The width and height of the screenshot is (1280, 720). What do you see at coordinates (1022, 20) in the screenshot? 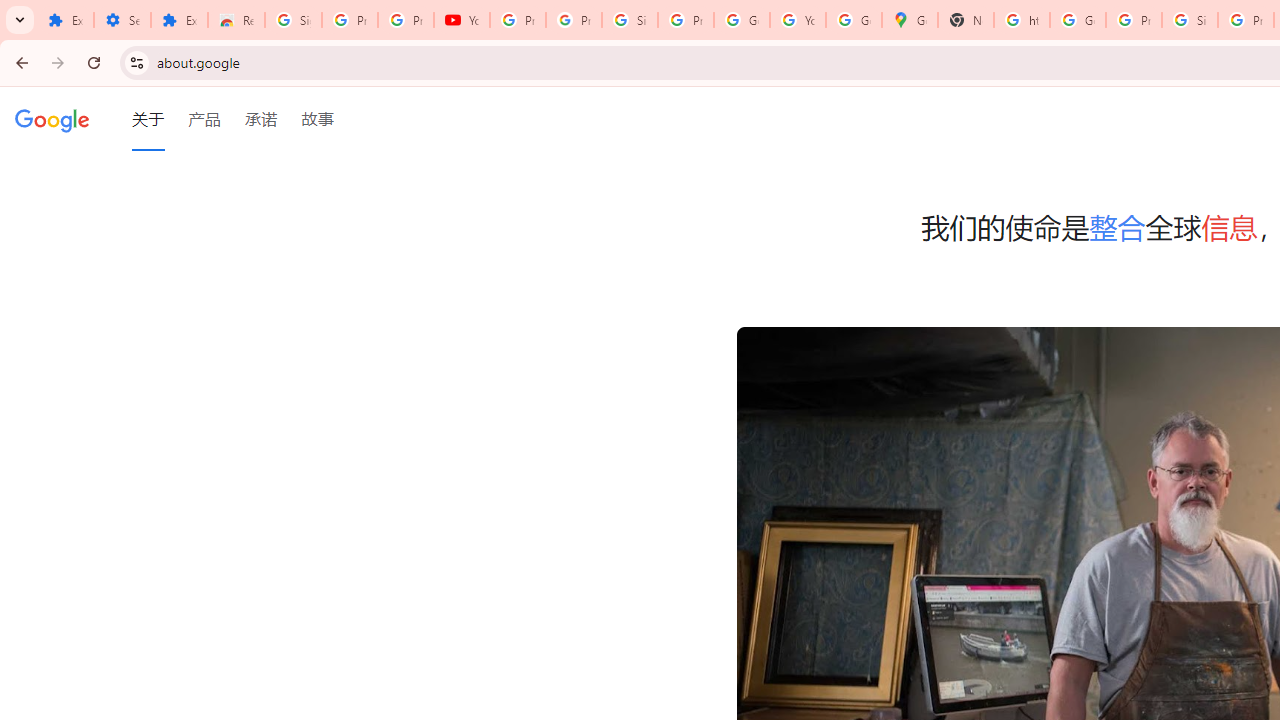
I see `'https://scholar.google.com/'` at bounding box center [1022, 20].